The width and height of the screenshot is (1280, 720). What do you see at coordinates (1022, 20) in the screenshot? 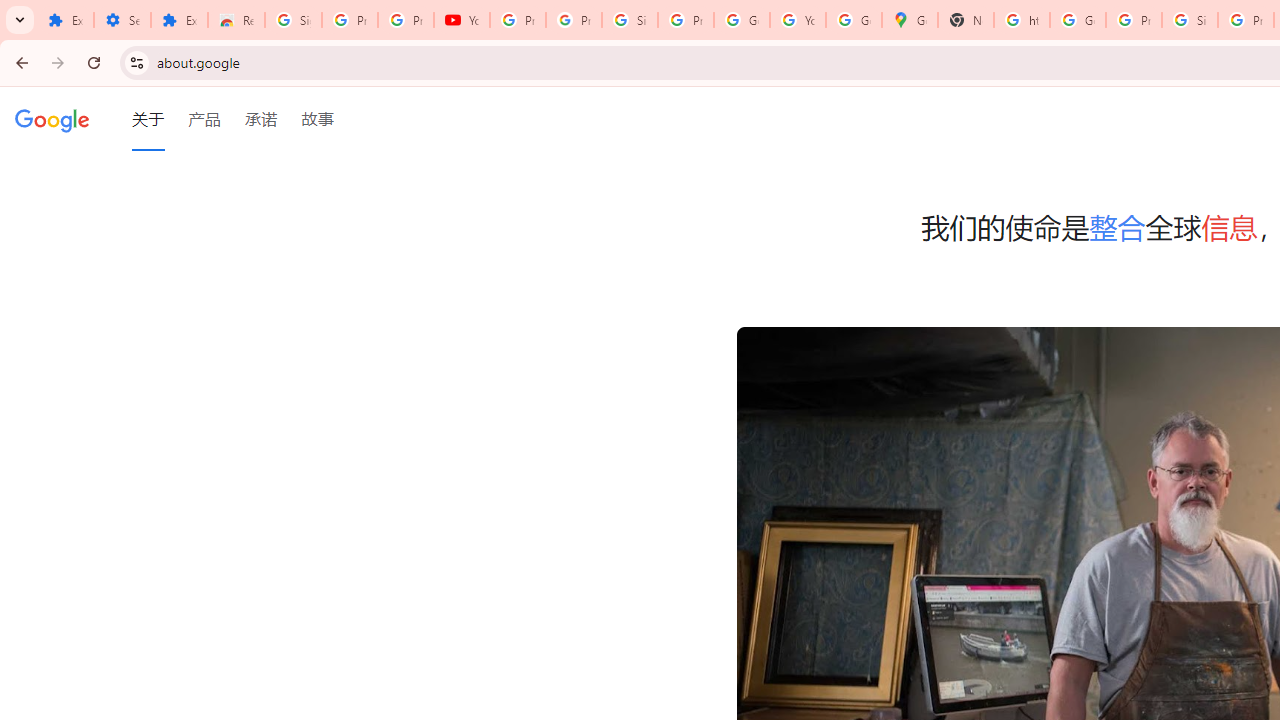
I see `'https://scholar.google.com/'` at bounding box center [1022, 20].